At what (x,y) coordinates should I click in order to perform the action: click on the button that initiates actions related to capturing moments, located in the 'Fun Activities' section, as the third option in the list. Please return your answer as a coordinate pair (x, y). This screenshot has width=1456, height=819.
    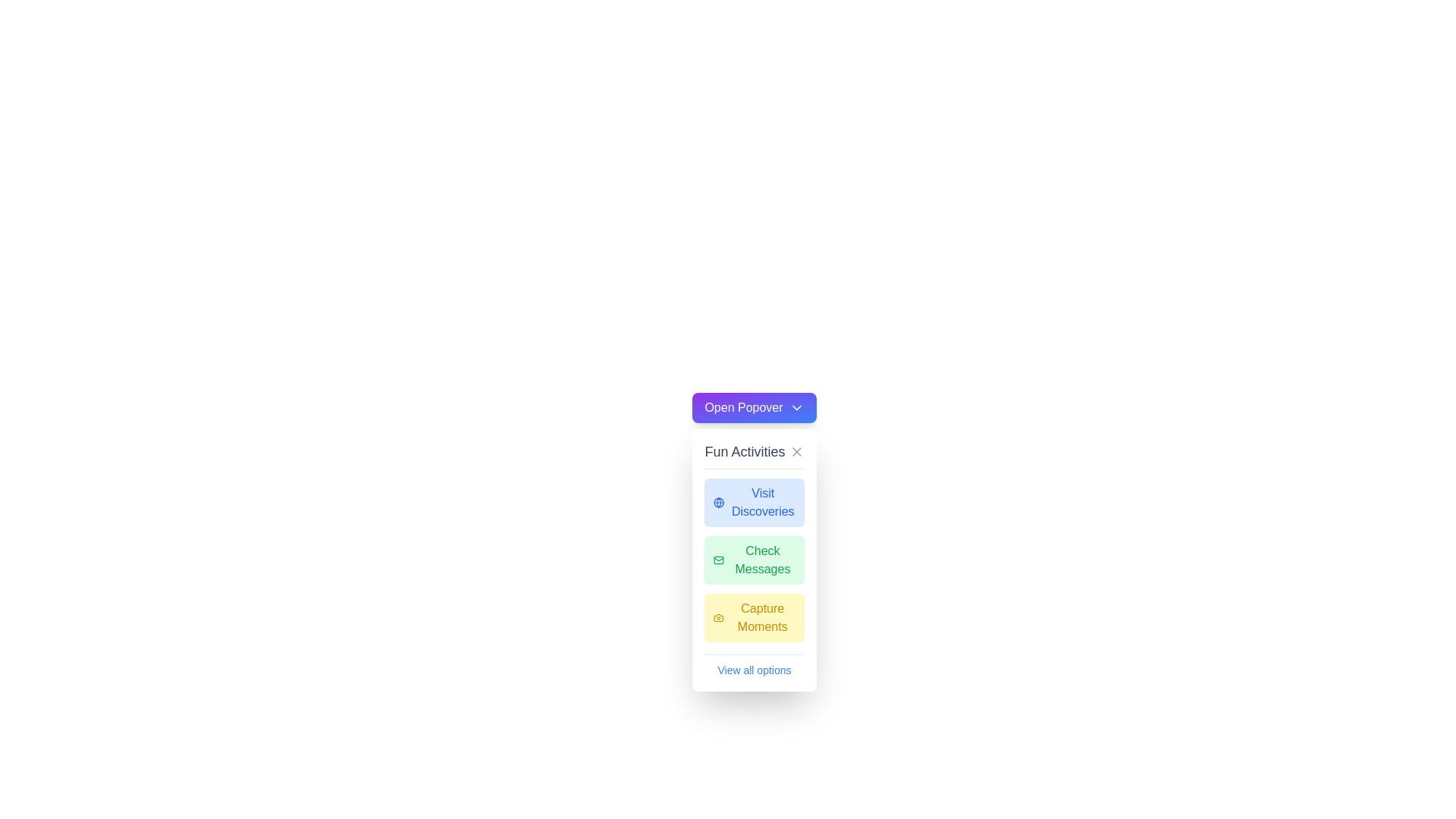
    Looking at the image, I should click on (754, 617).